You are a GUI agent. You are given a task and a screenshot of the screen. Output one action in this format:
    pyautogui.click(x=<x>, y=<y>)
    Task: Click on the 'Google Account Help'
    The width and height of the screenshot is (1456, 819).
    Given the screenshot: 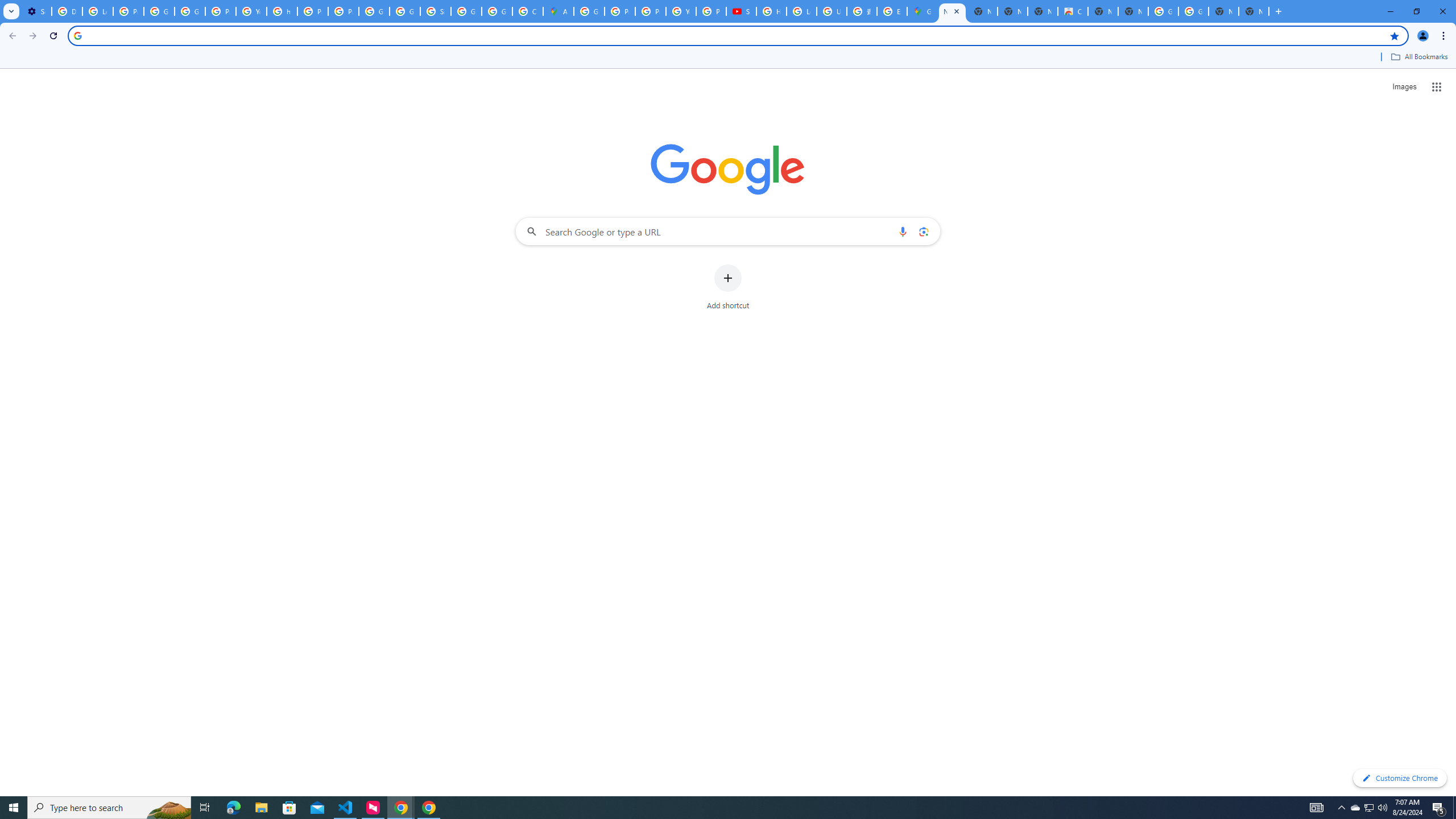 What is the action you would take?
    pyautogui.click(x=190, y=11)
    